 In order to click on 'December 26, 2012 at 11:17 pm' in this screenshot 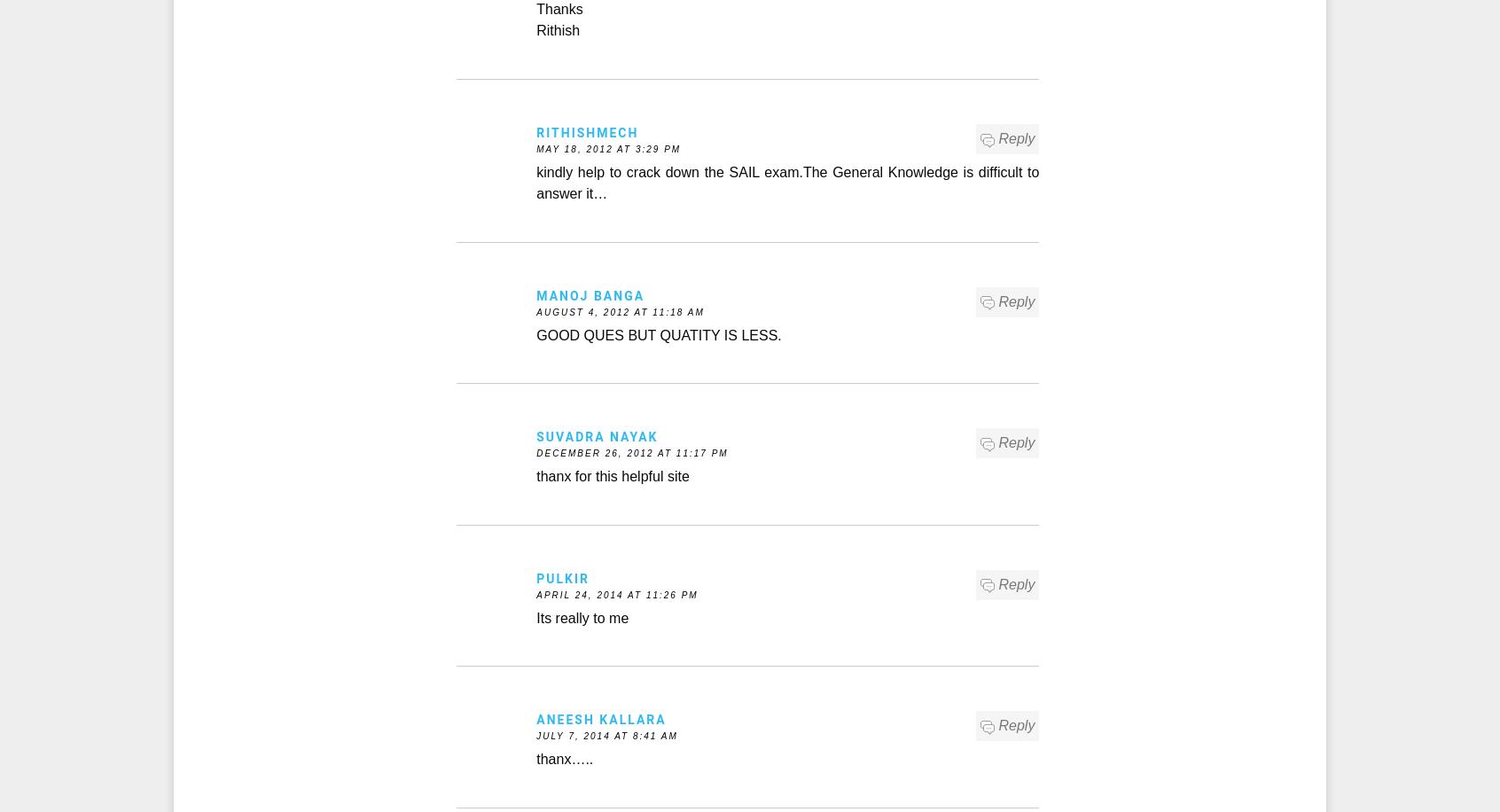, I will do `click(631, 453)`.